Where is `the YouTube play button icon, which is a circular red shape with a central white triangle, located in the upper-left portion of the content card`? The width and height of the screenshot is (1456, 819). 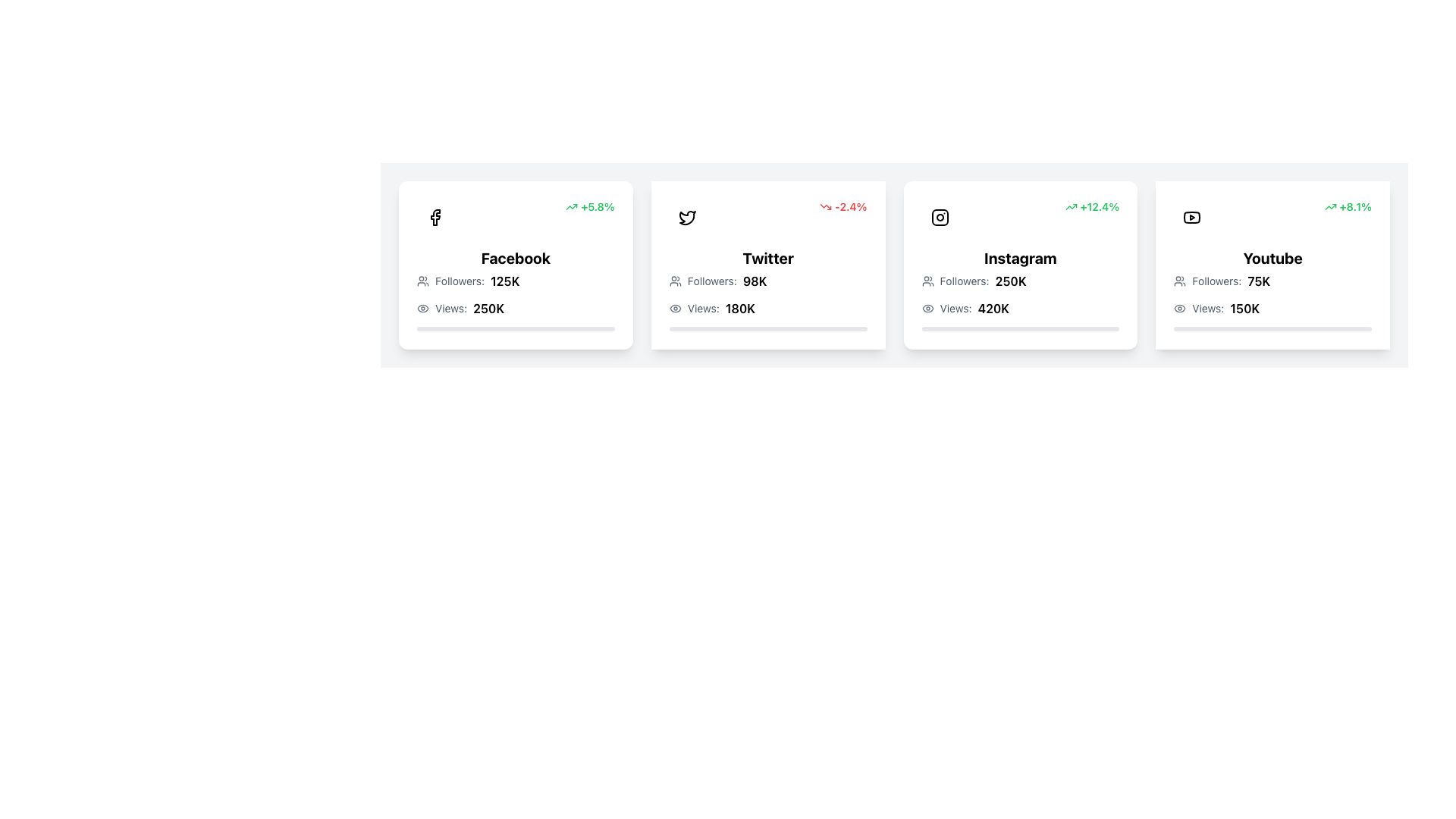
the YouTube play button icon, which is a circular red shape with a central white triangle, located in the upper-left portion of the content card is located at coordinates (1191, 217).